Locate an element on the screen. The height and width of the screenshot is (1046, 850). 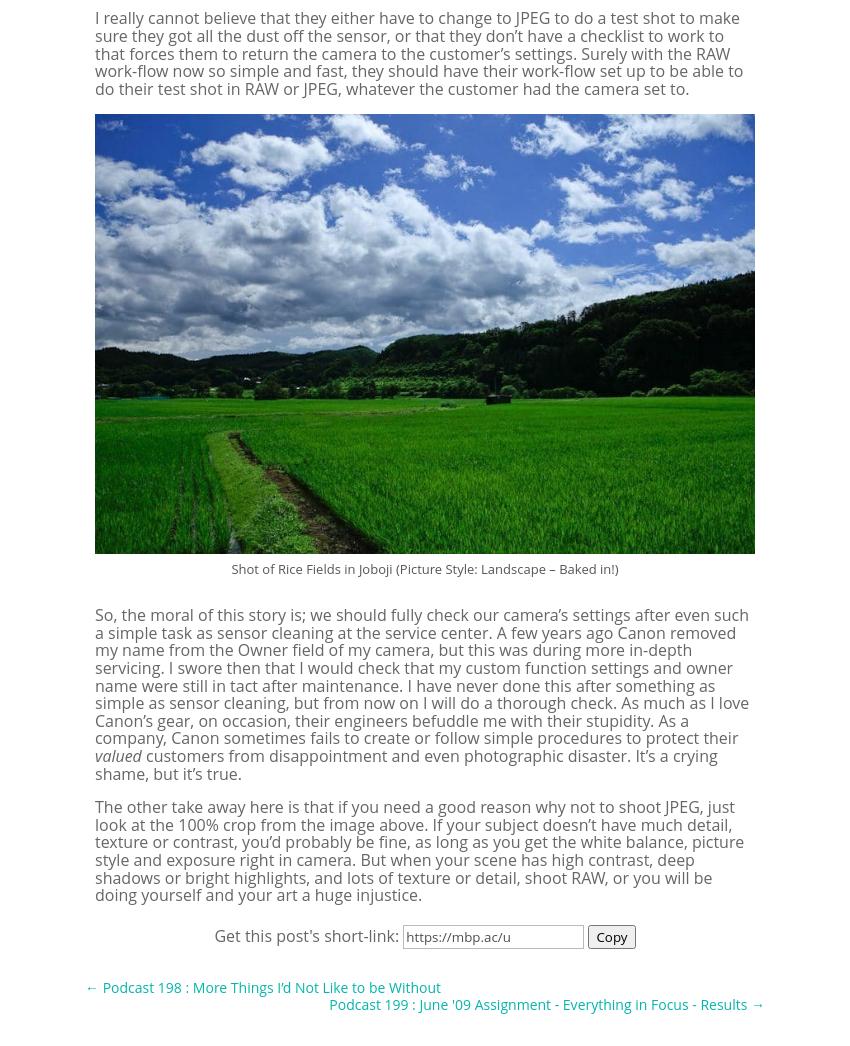
'valued' is located at coordinates (116, 754).